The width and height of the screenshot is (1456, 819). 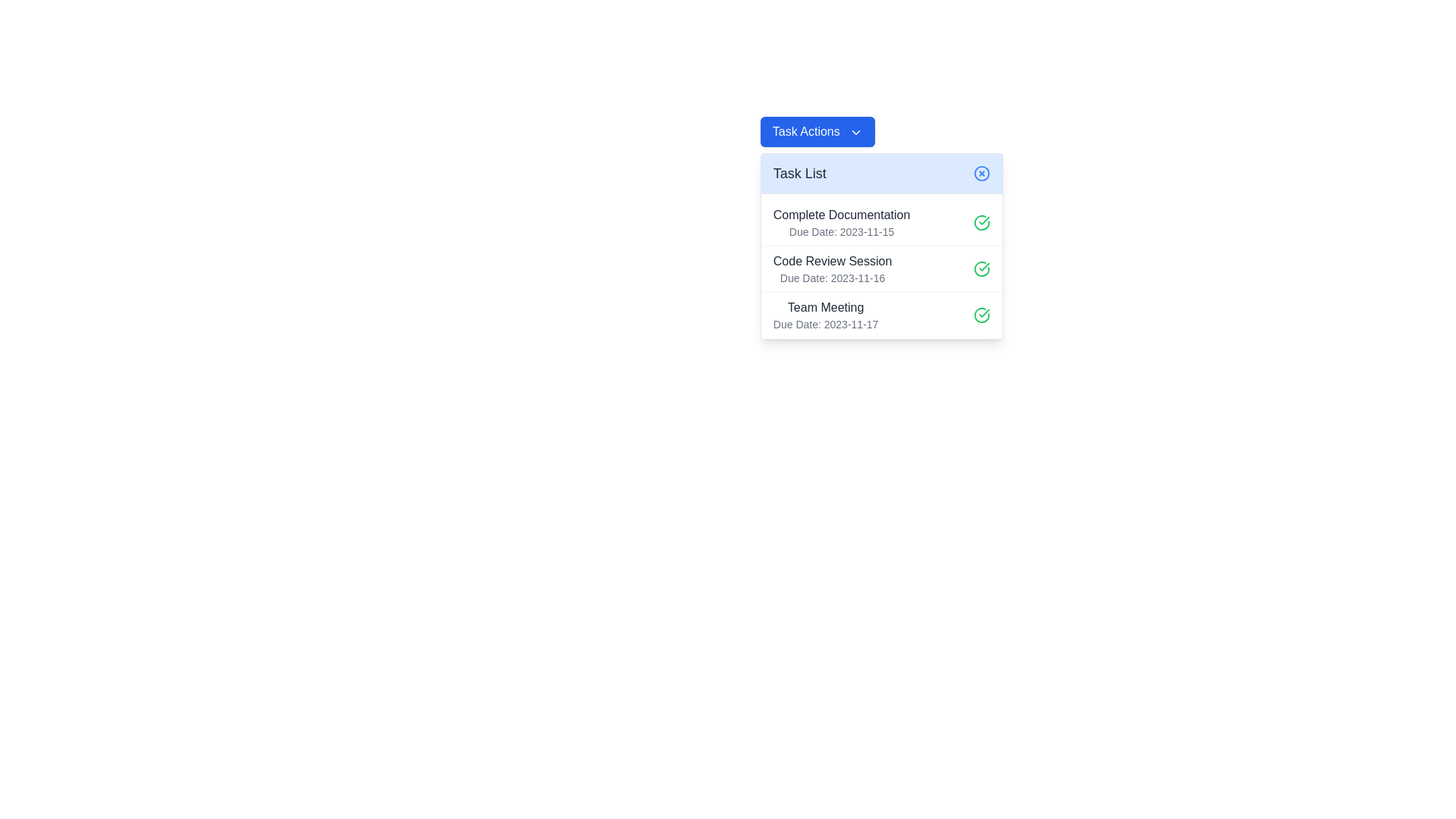 I want to click on the third checkmark icon indicating the completion of the 'Team Meeting' task in the 'Task List' interface, so click(x=981, y=315).